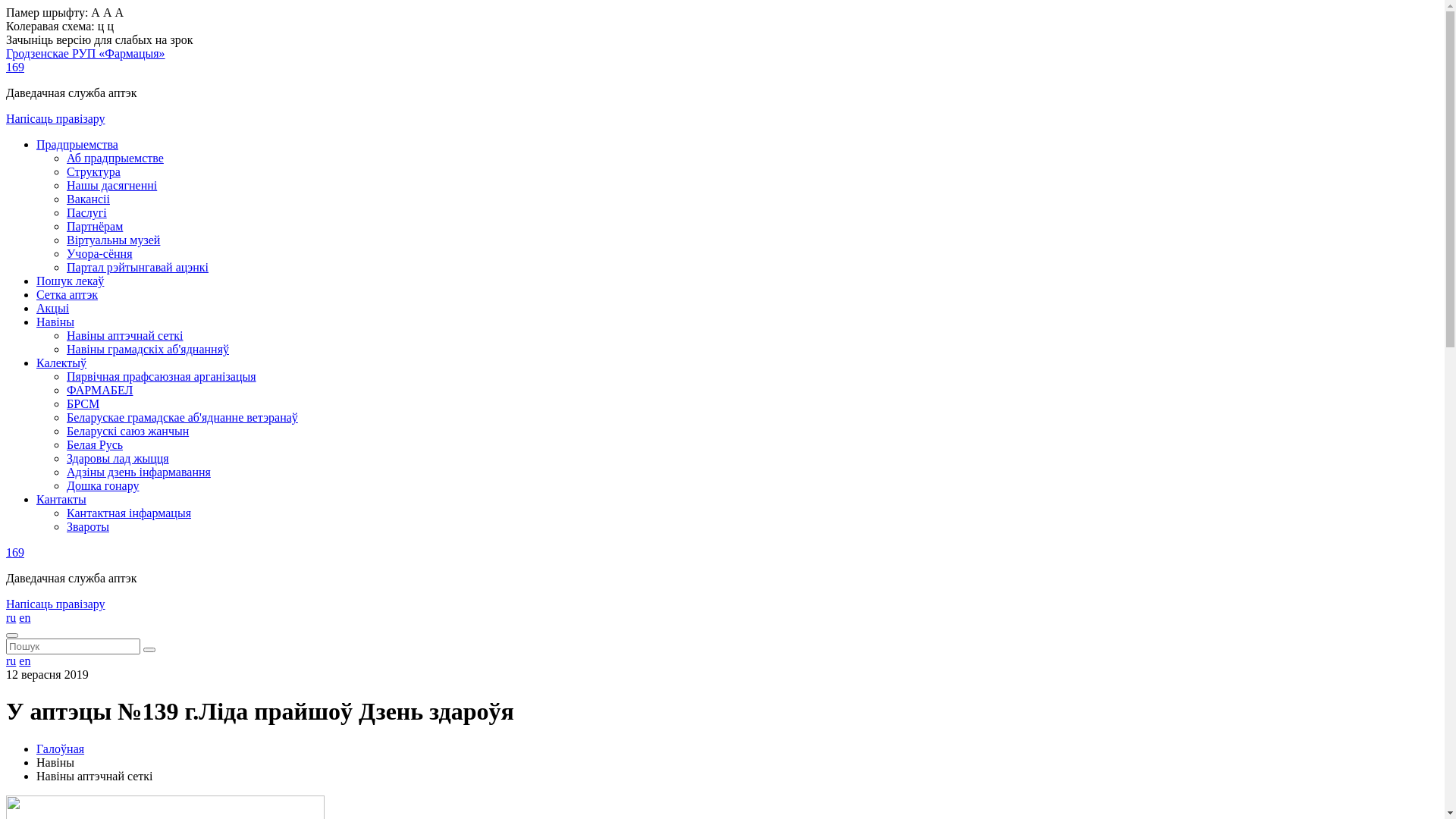 The width and height of the screenshot is (1456, 819). I want to click on '169', so click(14, 552).